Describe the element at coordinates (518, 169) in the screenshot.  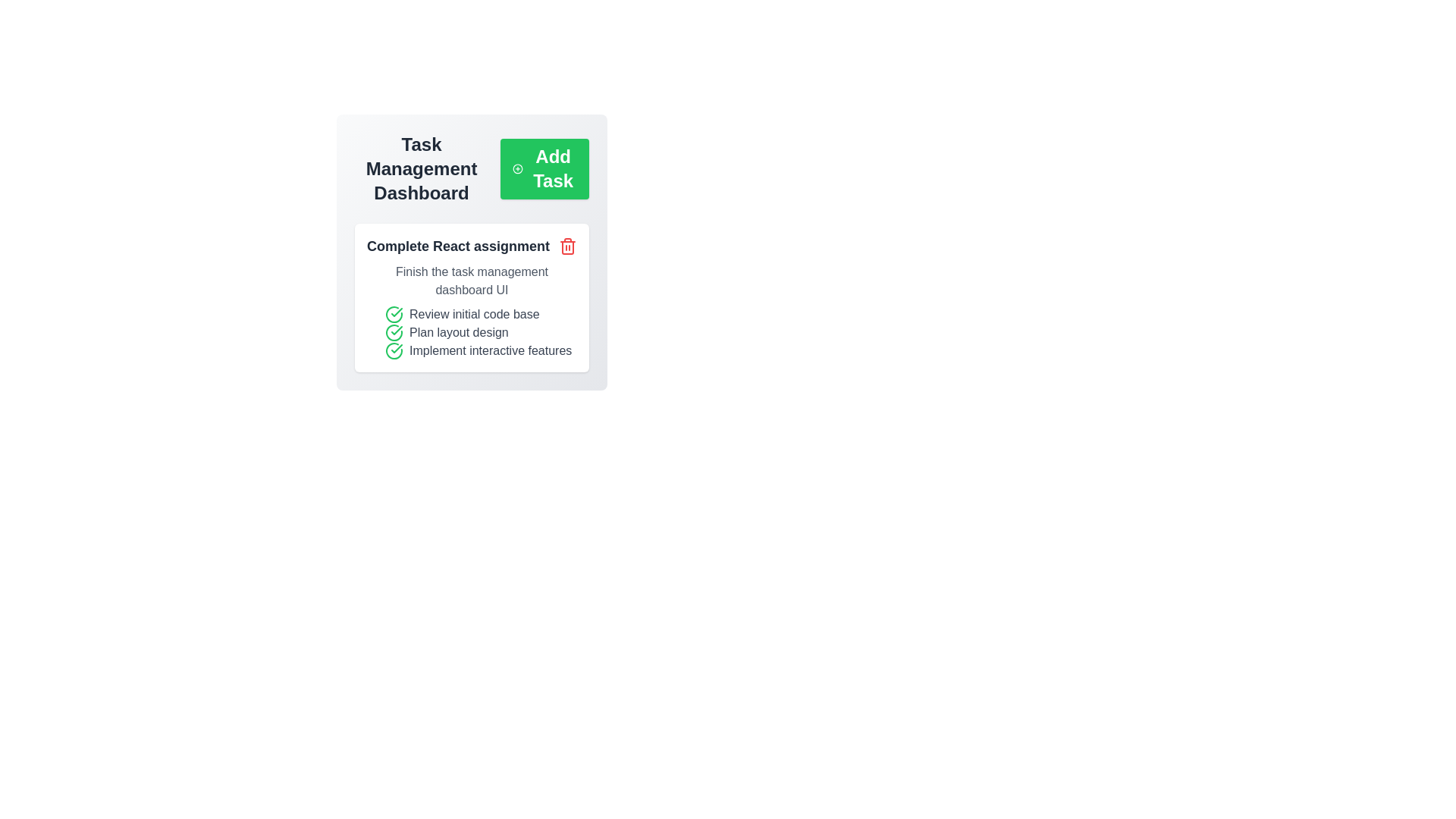
I see `the circular green icon with a plus sign in the middle, part of the 'Add Task' button` at that location.